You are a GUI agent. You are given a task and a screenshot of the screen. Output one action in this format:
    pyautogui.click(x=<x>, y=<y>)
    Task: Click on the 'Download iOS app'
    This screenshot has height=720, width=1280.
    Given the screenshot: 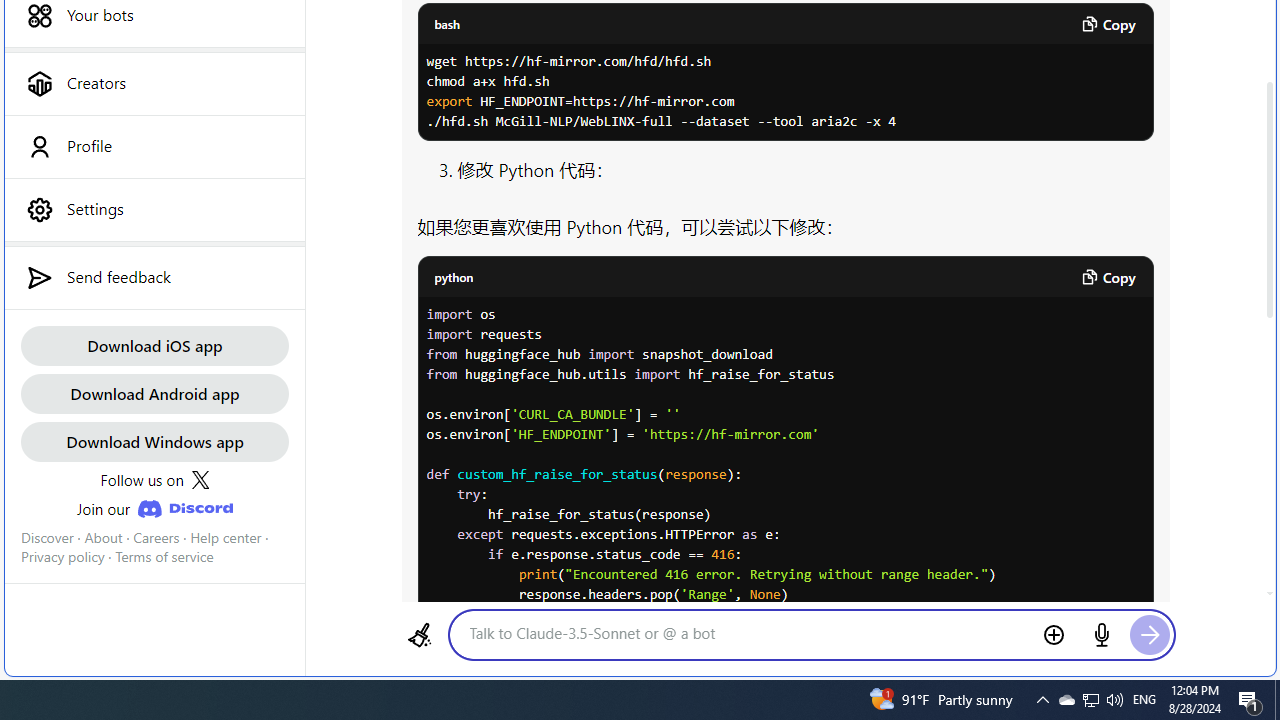 What is the action you would take?
    pyautogui.click(x=153, y=344)
    